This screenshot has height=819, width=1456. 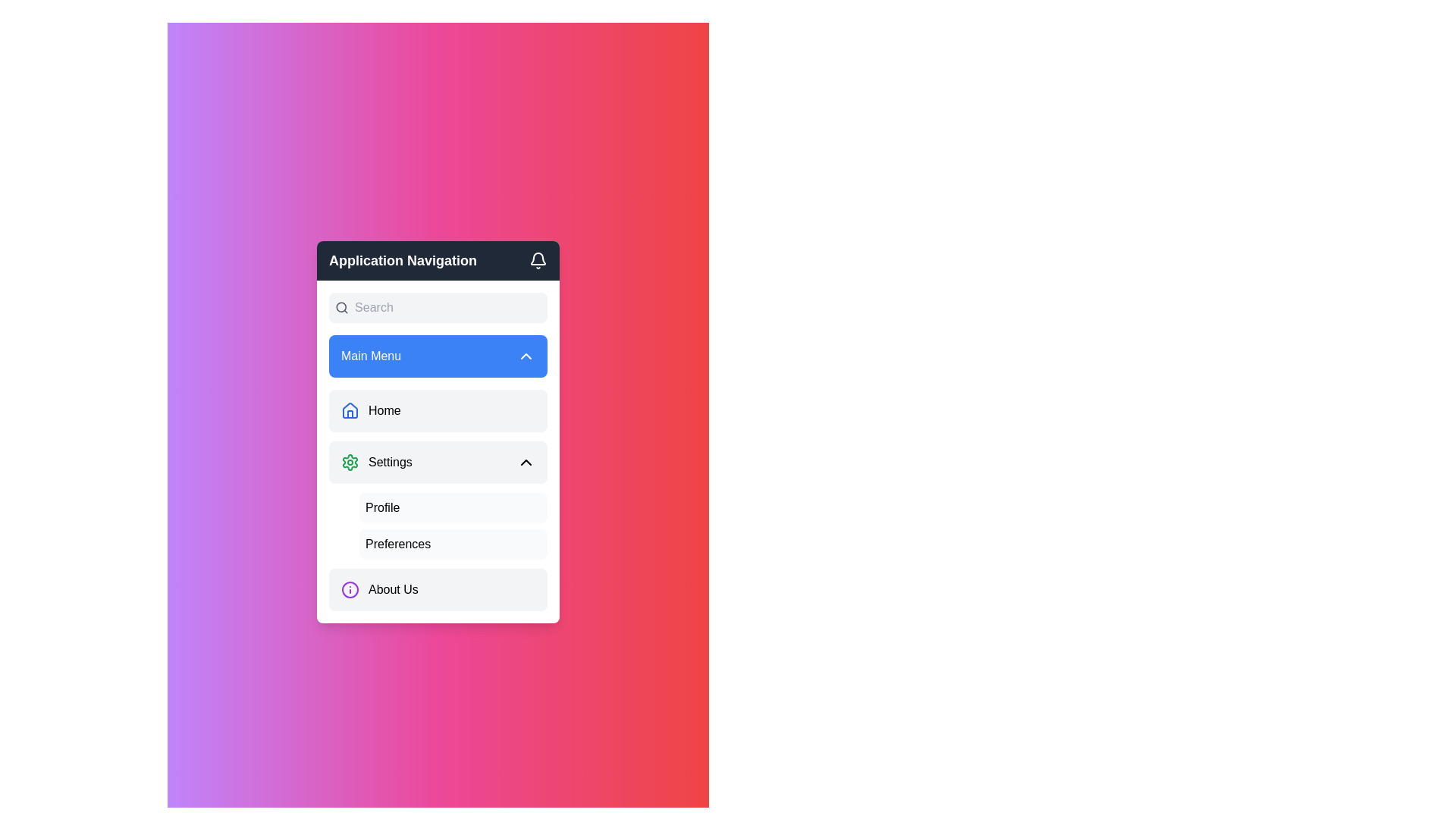 What do you see at coordinates (526, 356) in the screenshot?
I see `the chevron/arrow icon to visually highlight it, which controls the expandable state of the 'Main Menu.'` at bounding box center [526, 356].